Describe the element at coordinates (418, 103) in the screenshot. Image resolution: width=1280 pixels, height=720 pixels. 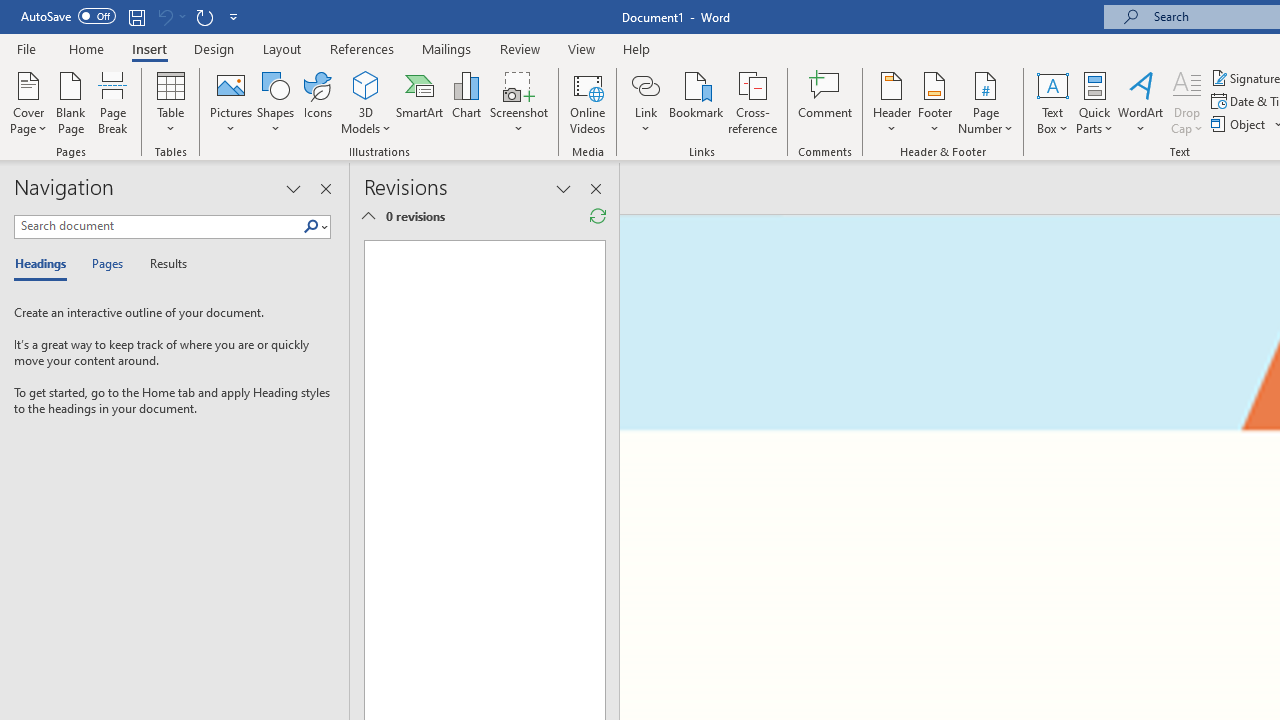
I see `'SmartArt...'` at that location.